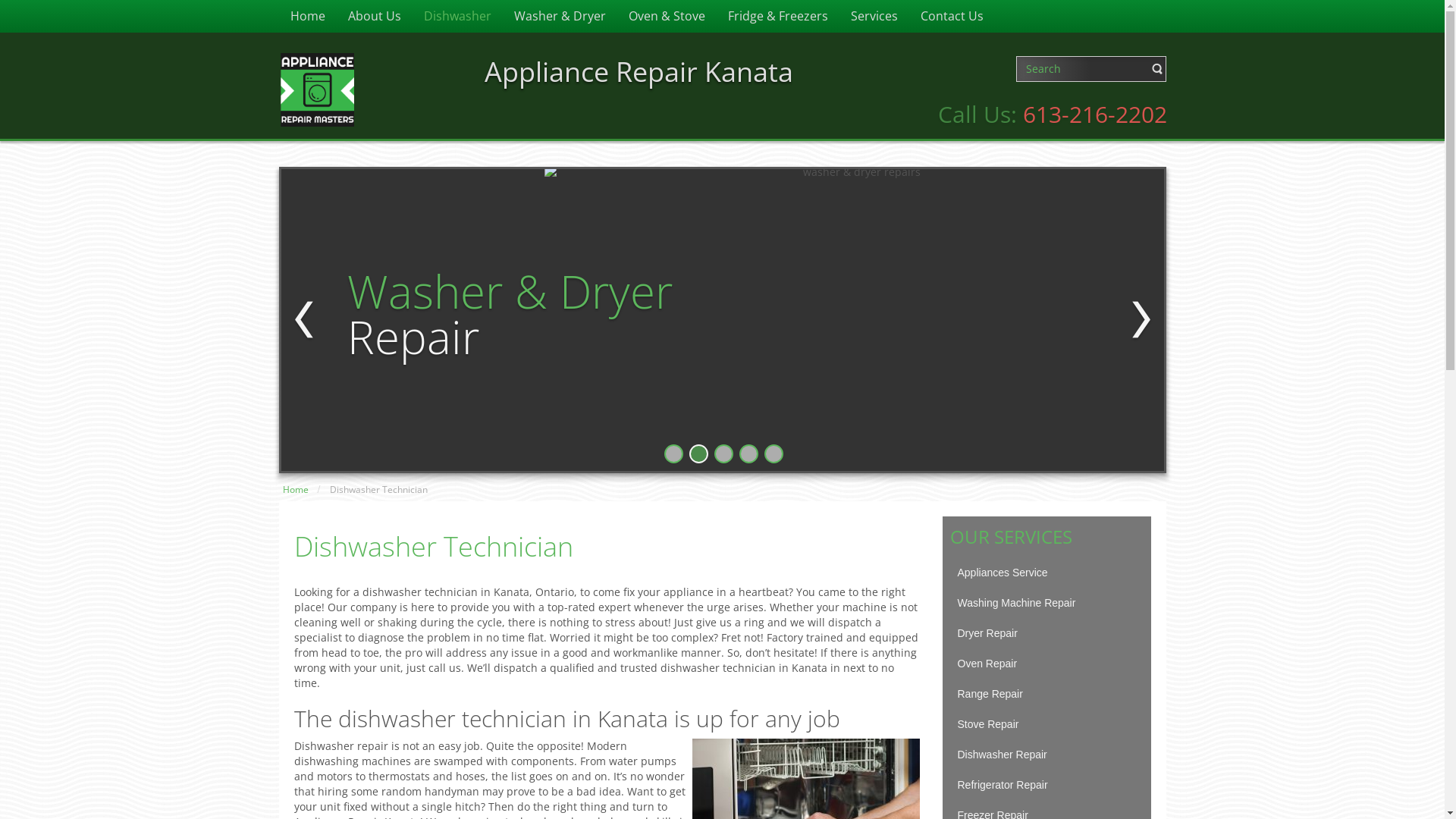  Describe the element at coordinates (375, 16) in the screenshot. I see `'About Us'` at that location.